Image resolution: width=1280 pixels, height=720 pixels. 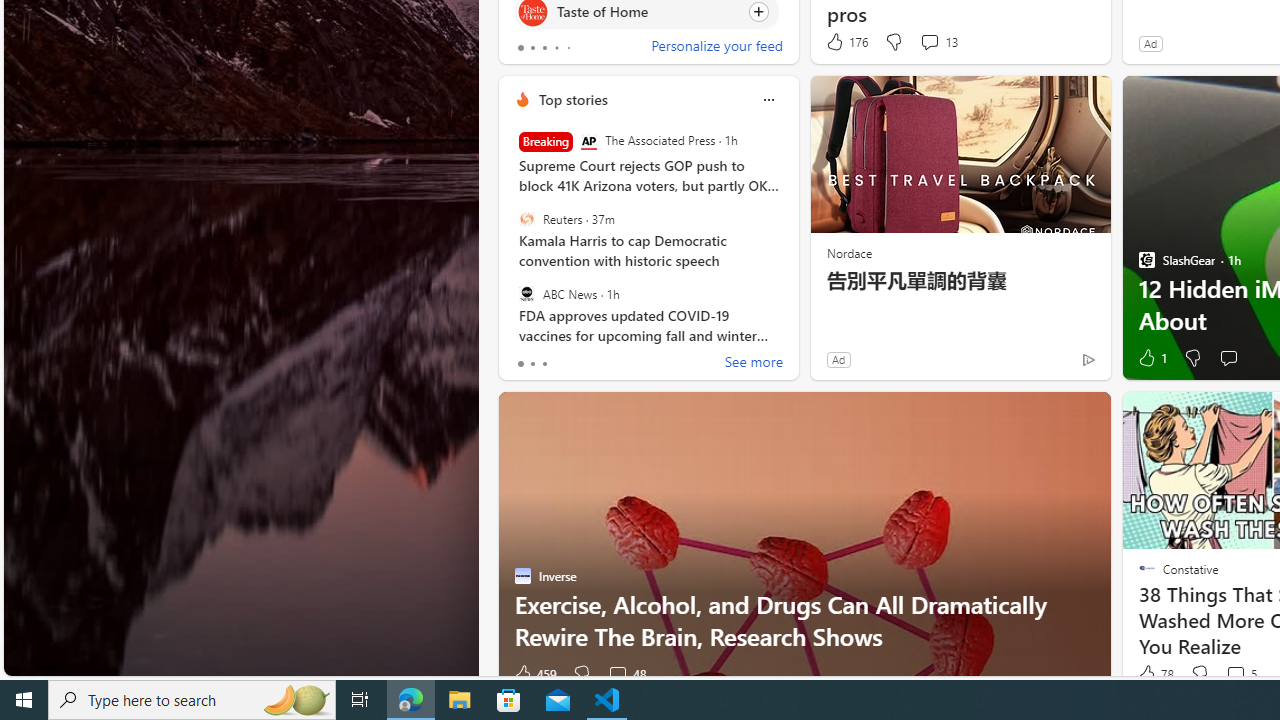 I want to click on 'tab-3', so click(x=556, y=46).